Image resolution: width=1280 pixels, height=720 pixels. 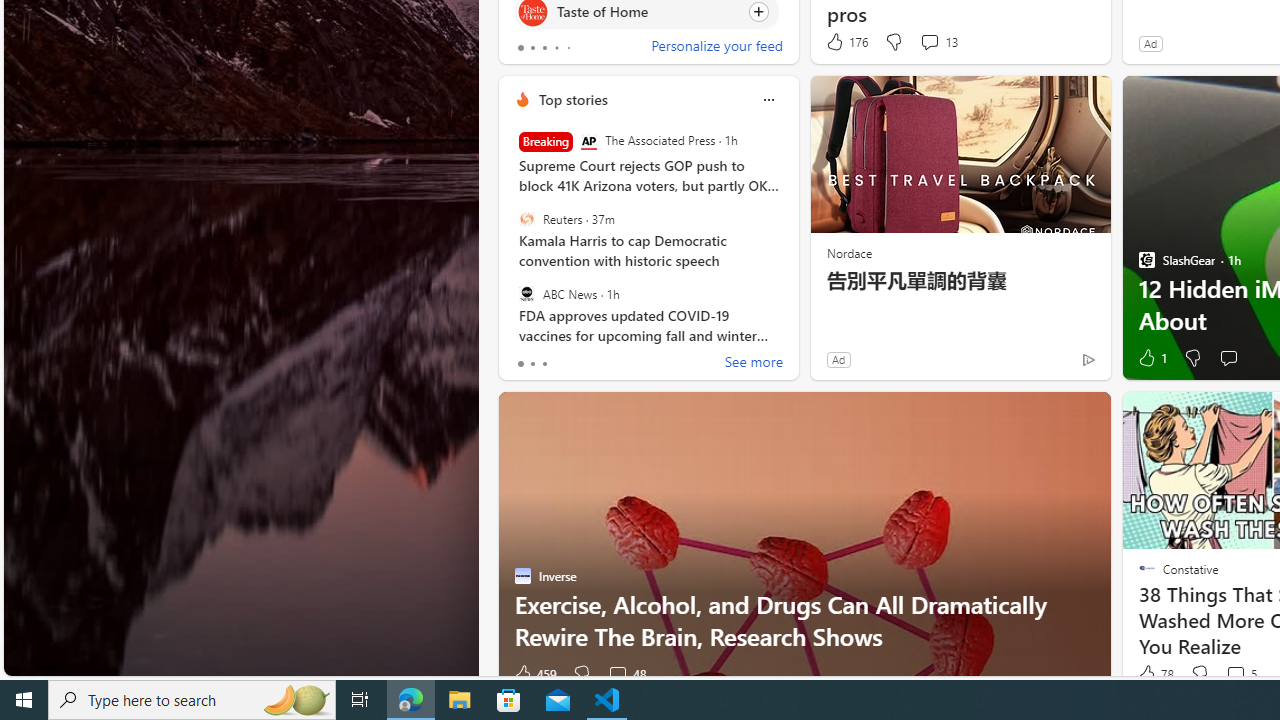 I want to click on 'tab-3', so click(x=556, y=46).